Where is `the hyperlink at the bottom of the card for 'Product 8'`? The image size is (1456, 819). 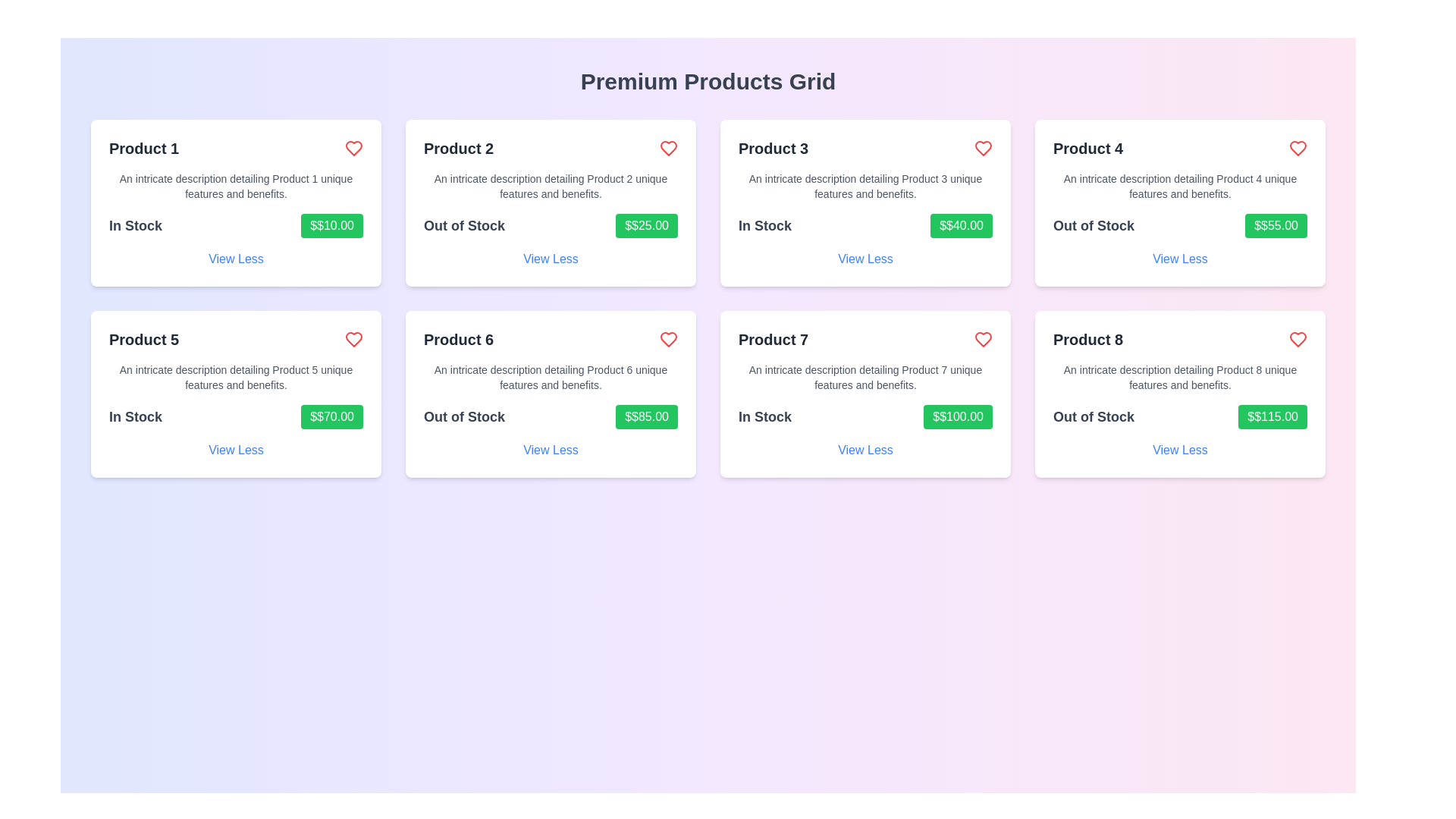
the hyperlink at the bottom of the card for 'Product 8' is located at coordinates (1179, 450).